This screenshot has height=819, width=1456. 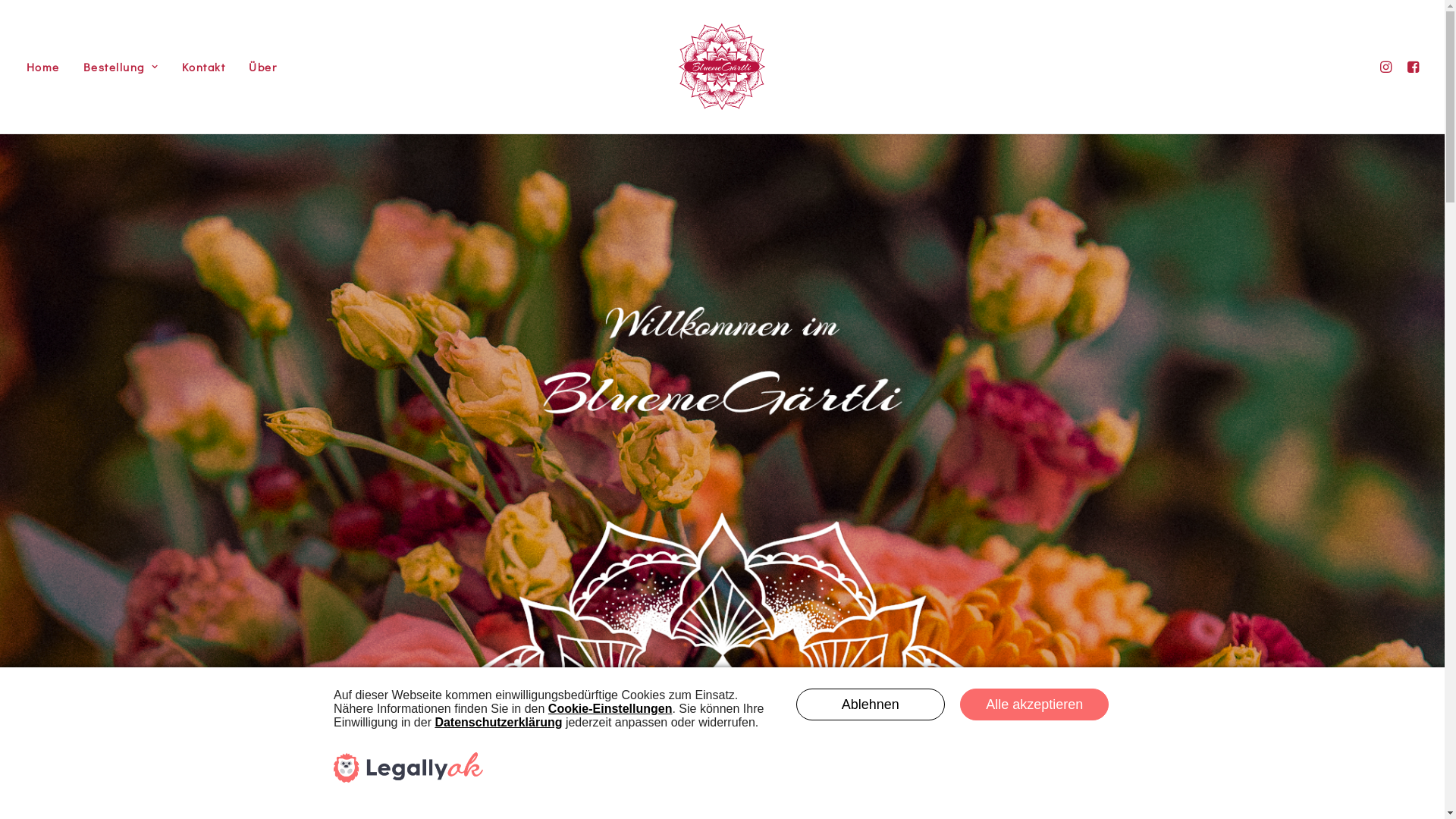 What do you see at coordinates (202, 66) in the screenshot?
I see `'Kontakt'` at bounding box center [202, 66].